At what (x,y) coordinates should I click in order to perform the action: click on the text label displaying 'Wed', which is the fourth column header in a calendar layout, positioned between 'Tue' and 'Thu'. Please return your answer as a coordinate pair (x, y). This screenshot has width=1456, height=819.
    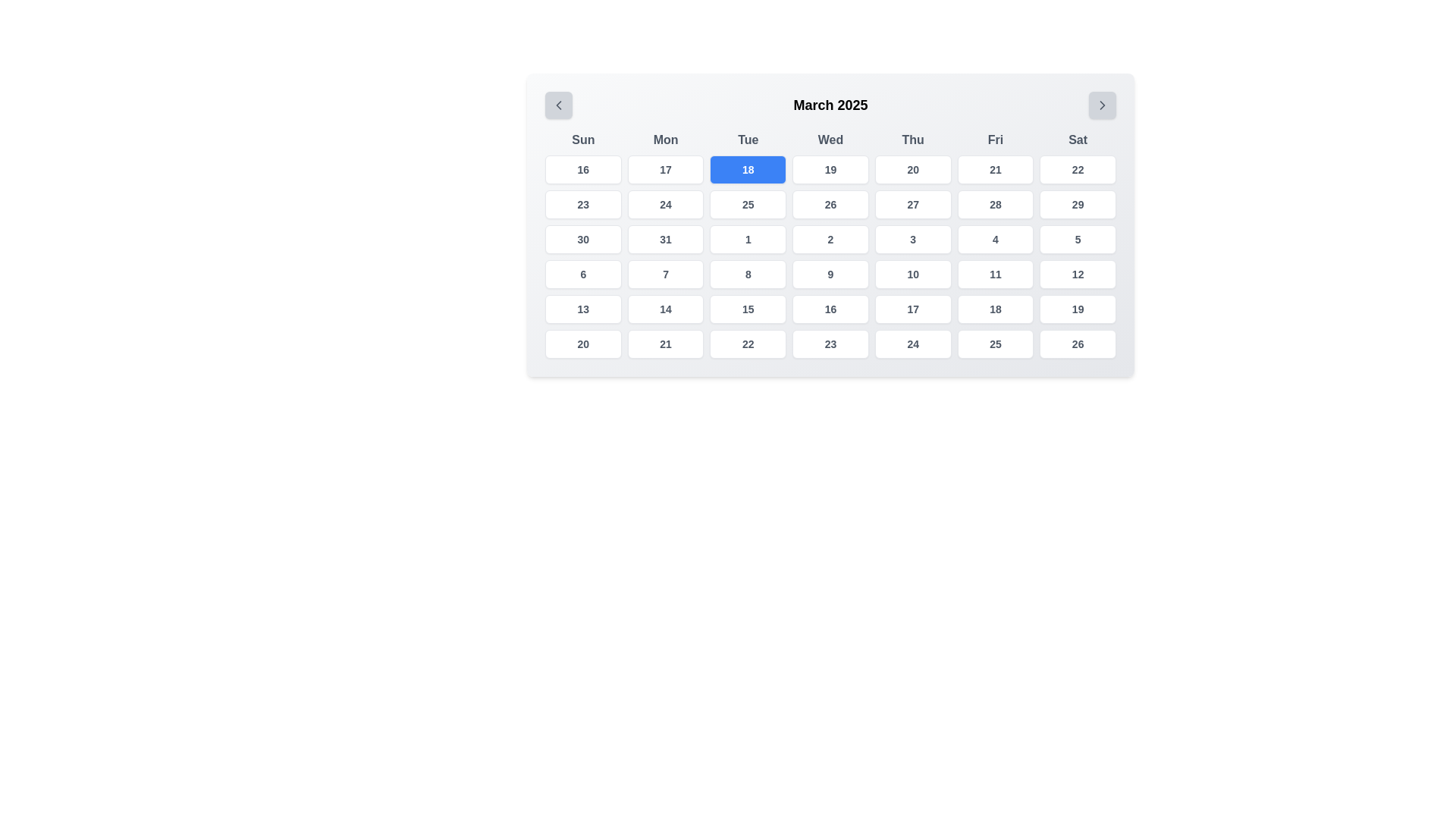
    Looking at the image, I should click on (830, 140).